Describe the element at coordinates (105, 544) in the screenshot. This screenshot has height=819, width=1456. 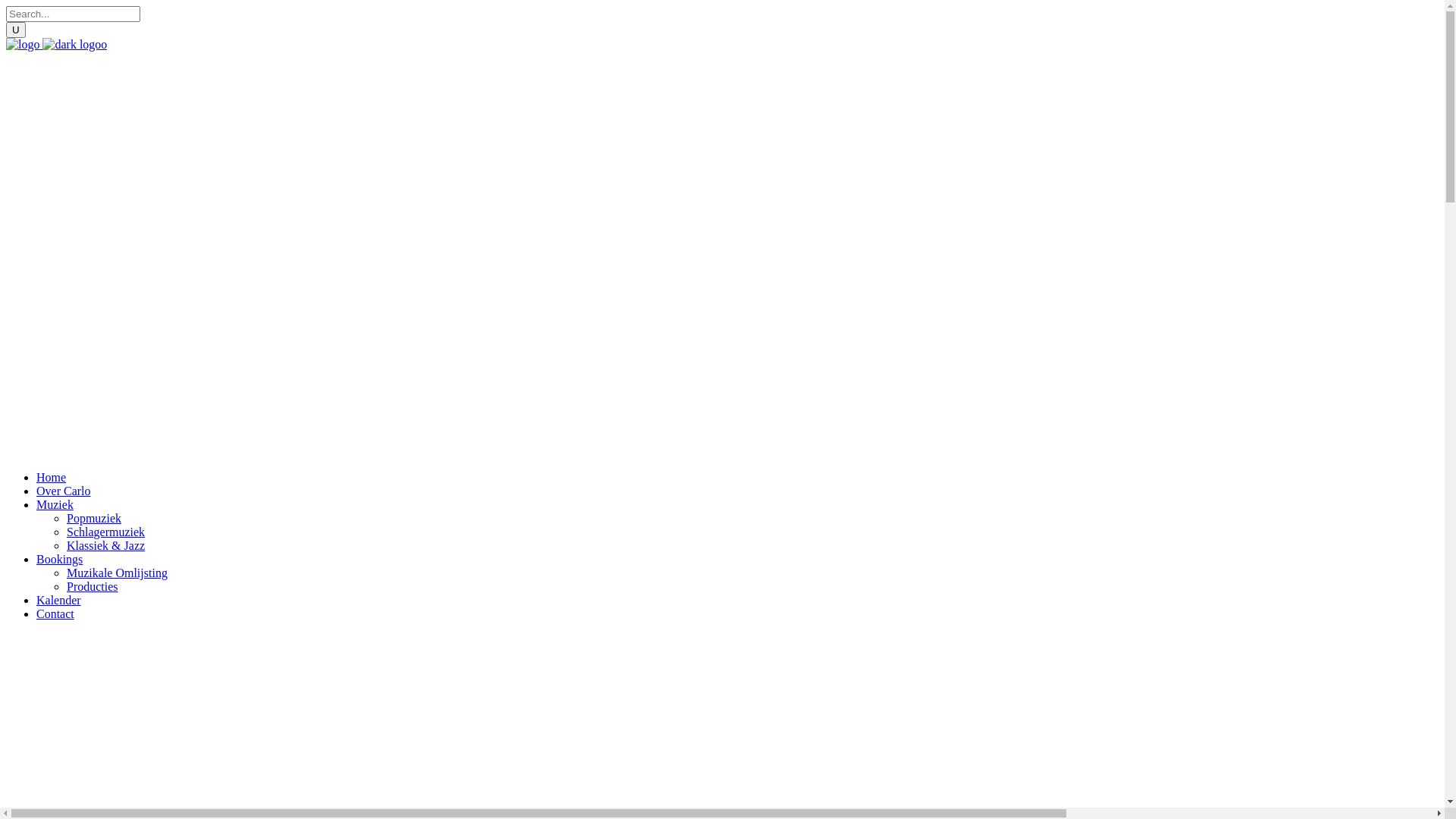
I see `'Klassiek & Jazz'` at that location.